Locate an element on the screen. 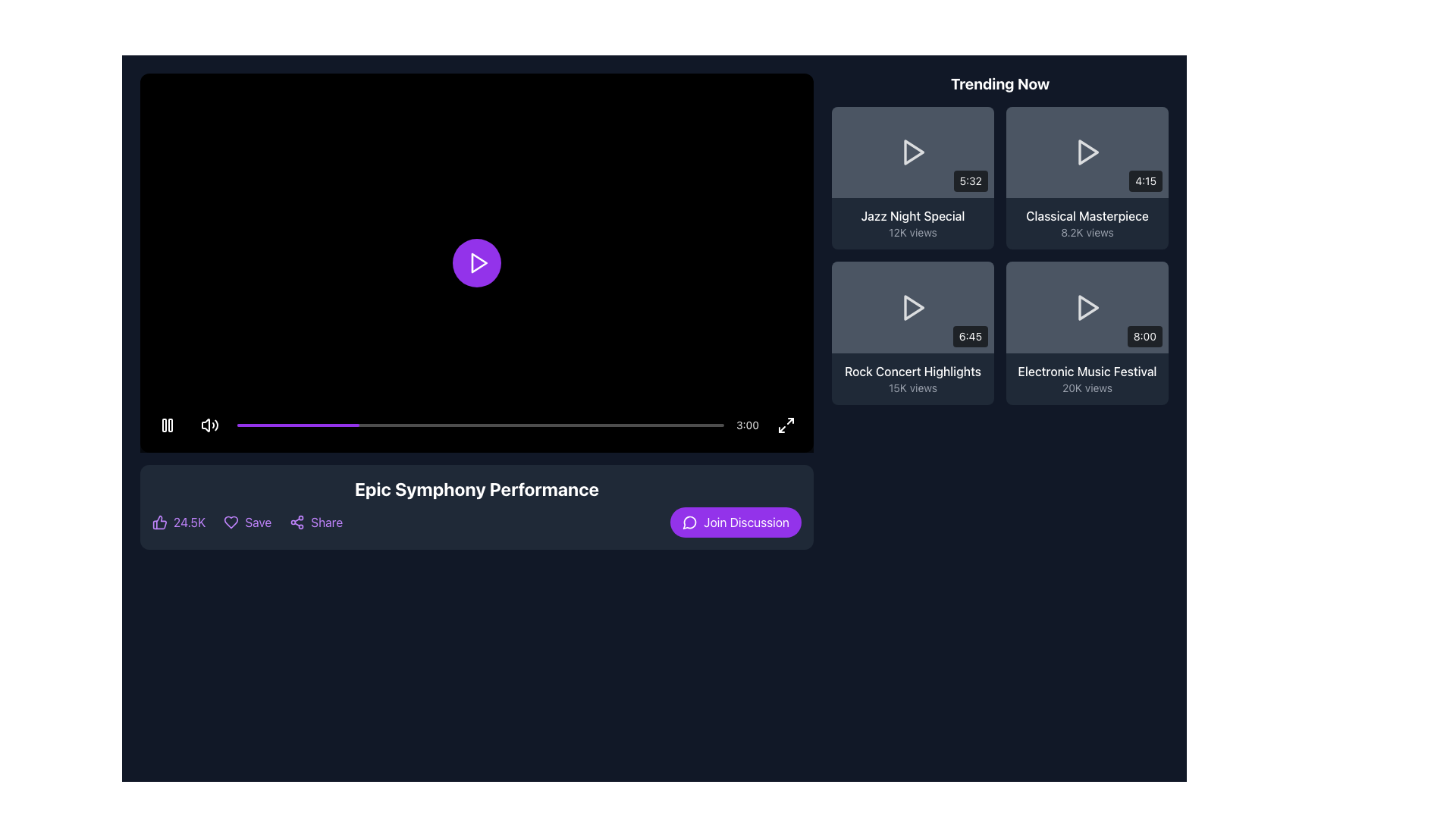  text displayed in the 'Trending Now' section for the video titled 'Jazz Night Special', which includes the title and view count is located at coordinates (912, 223).